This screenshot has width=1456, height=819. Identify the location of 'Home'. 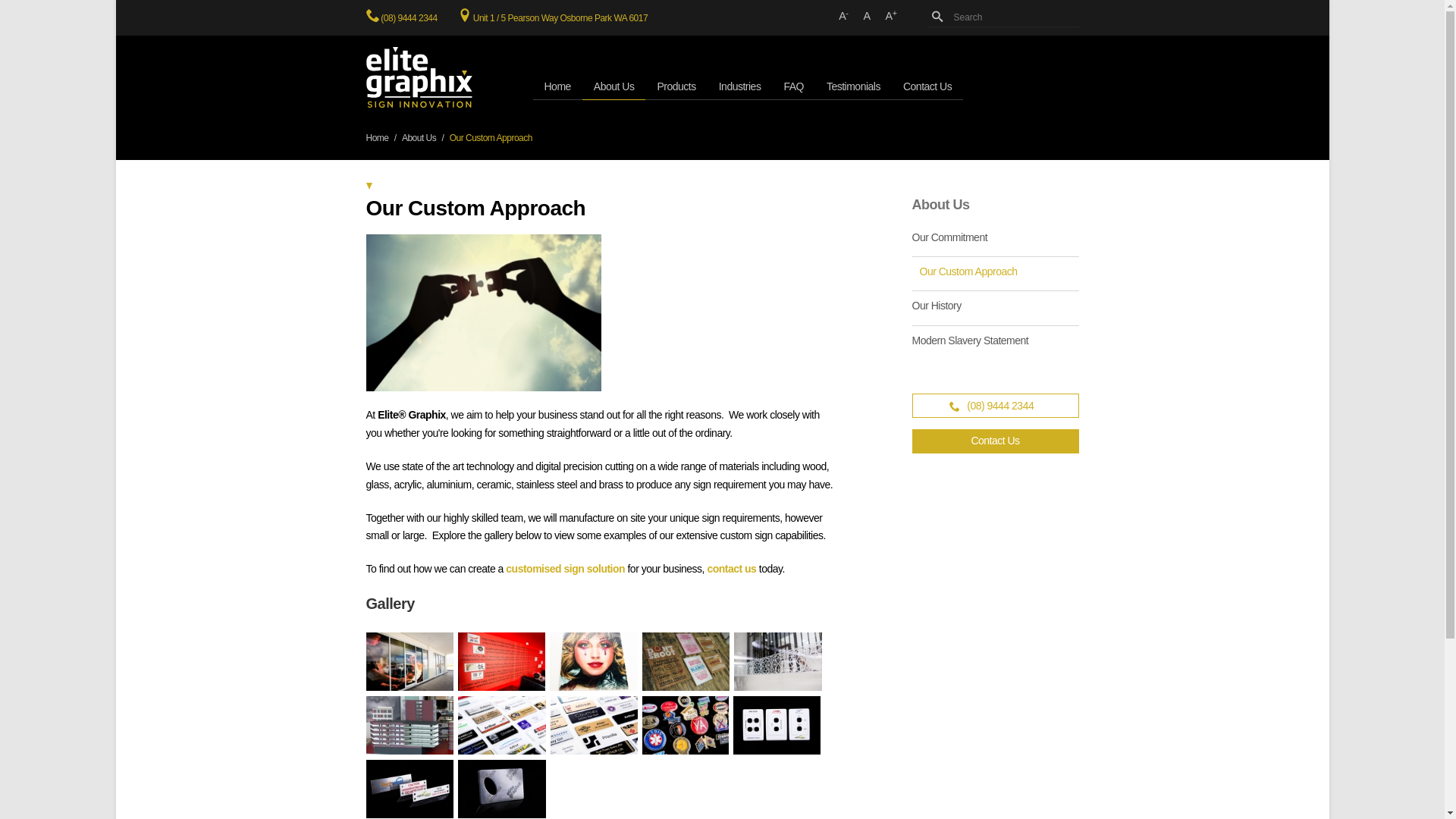
(556, 86).